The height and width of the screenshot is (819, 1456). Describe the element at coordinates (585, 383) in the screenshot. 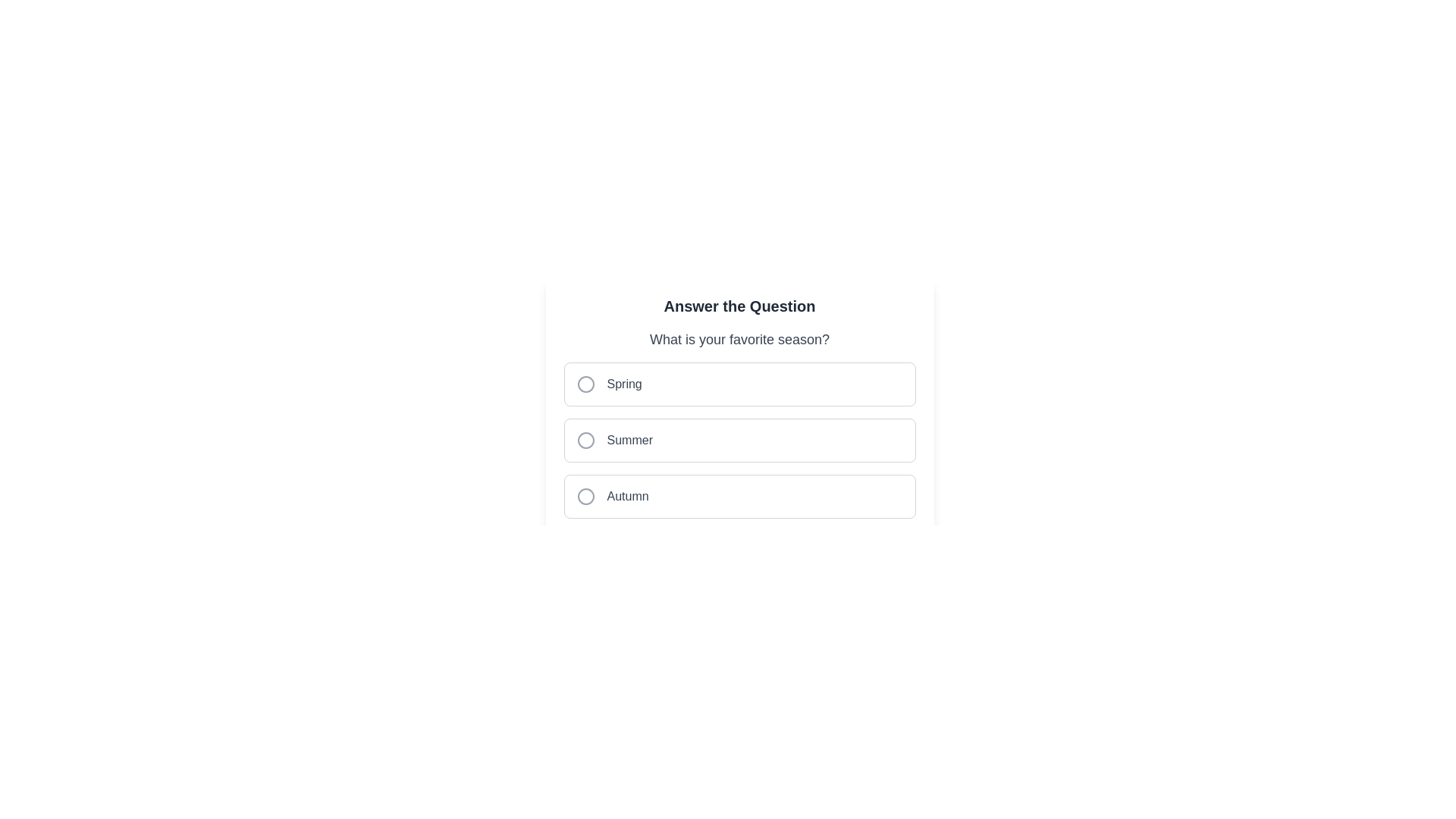

I see `SVG Circle that serves as the interactive marker for selecting the 'Spring' option in the multiple-choice question` at that location.